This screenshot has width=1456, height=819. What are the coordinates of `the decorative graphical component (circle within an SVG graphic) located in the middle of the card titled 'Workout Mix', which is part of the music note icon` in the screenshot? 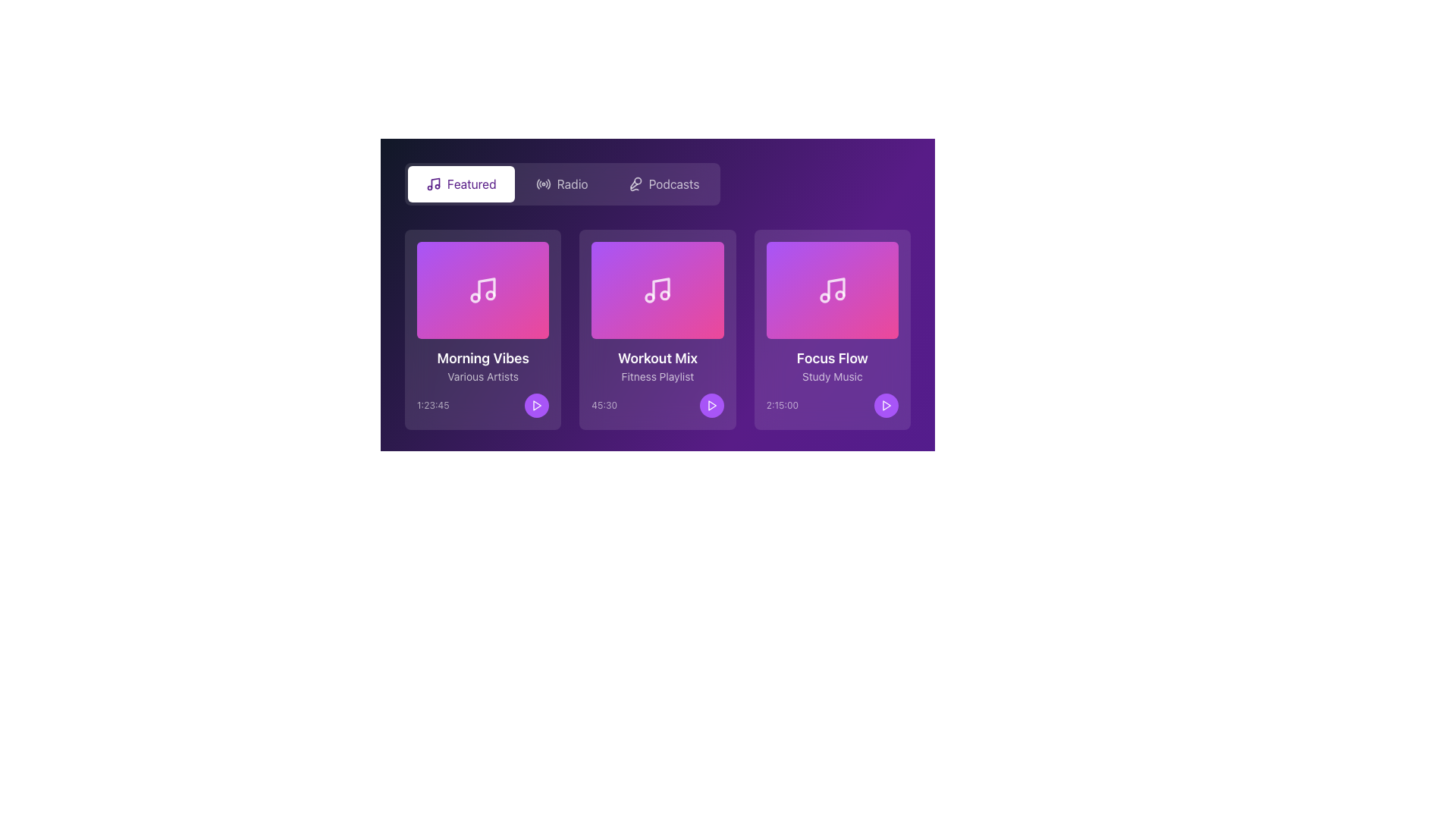 It's located at (650, 298).